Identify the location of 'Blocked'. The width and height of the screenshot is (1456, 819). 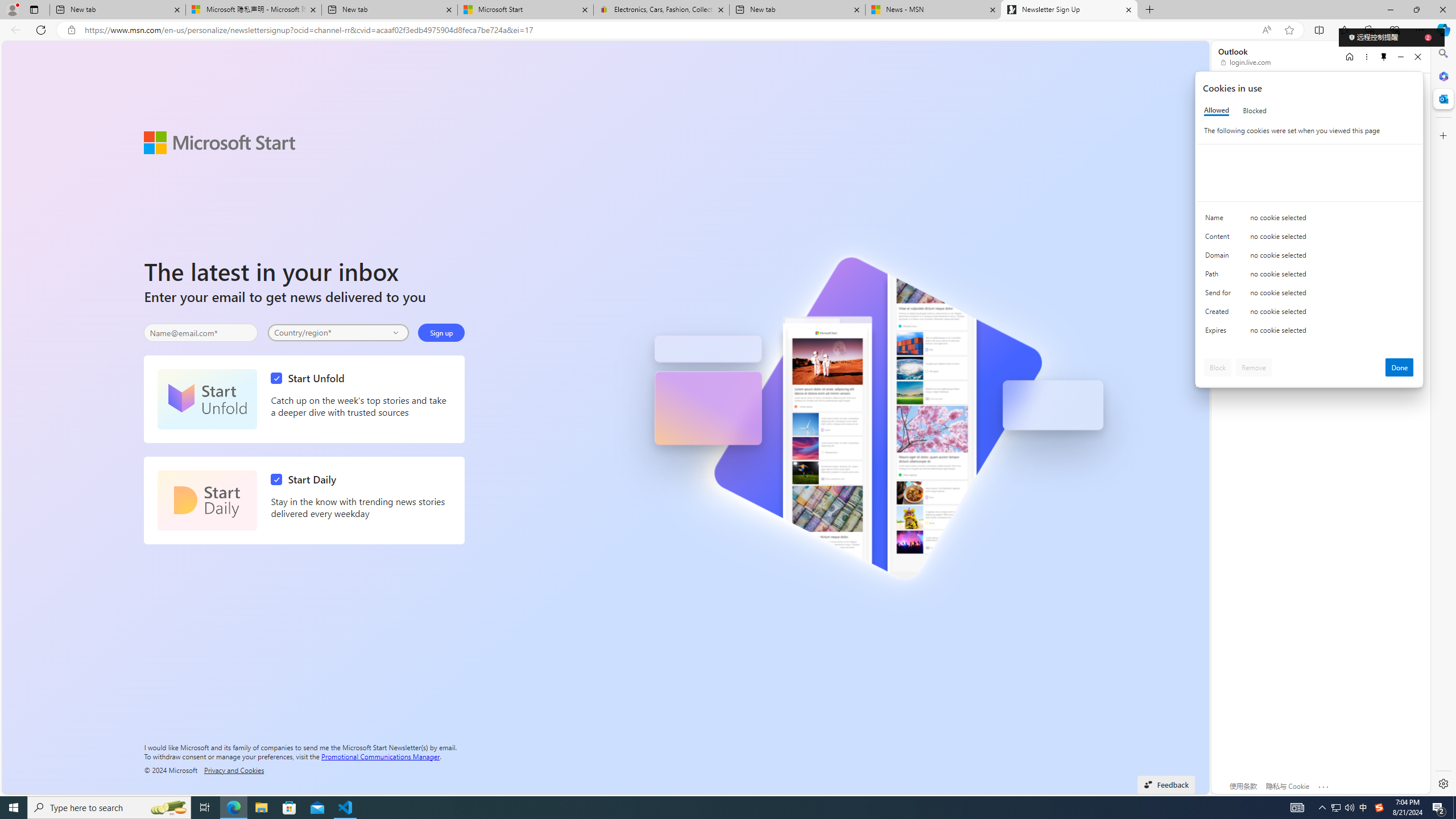
(1254, 110).